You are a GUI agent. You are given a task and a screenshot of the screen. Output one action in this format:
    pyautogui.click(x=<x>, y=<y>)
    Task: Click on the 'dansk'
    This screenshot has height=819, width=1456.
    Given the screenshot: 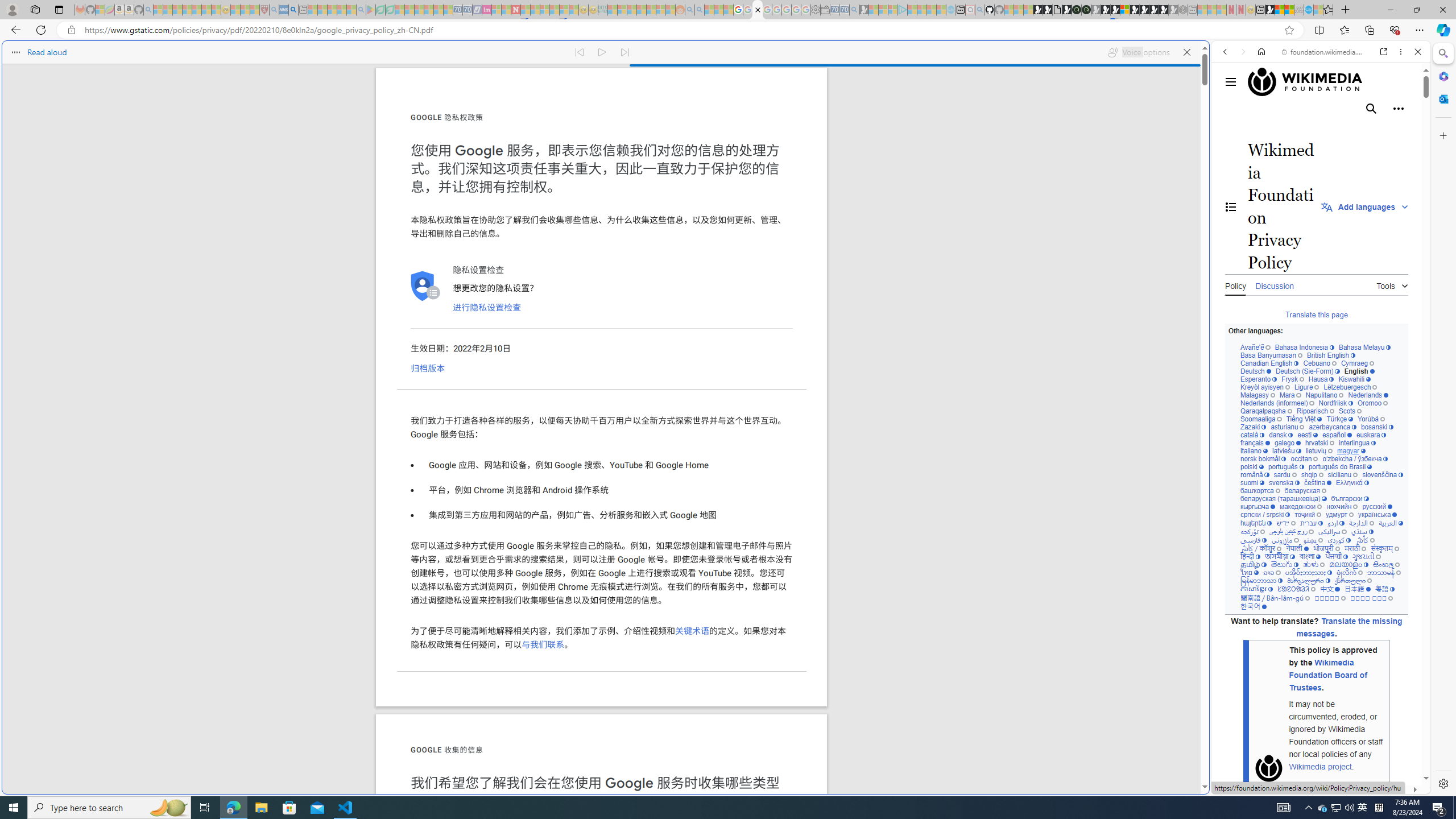 What is the action you would take?
    pyautogui.click(x=1280, y=435)
    